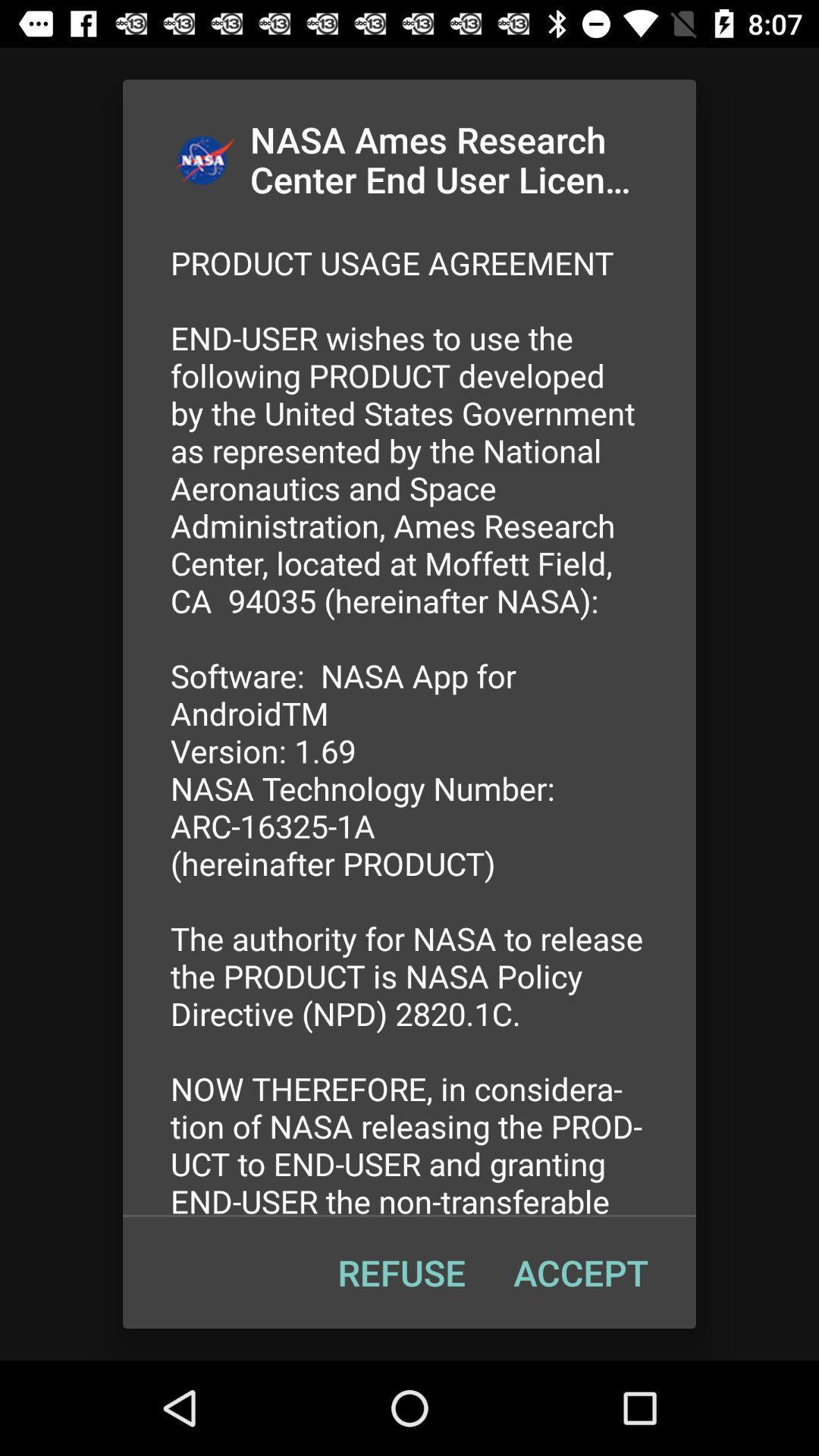 This screenshot has height=1456, width=819. I want to click on the item next to the accept, so click(400, 1272).